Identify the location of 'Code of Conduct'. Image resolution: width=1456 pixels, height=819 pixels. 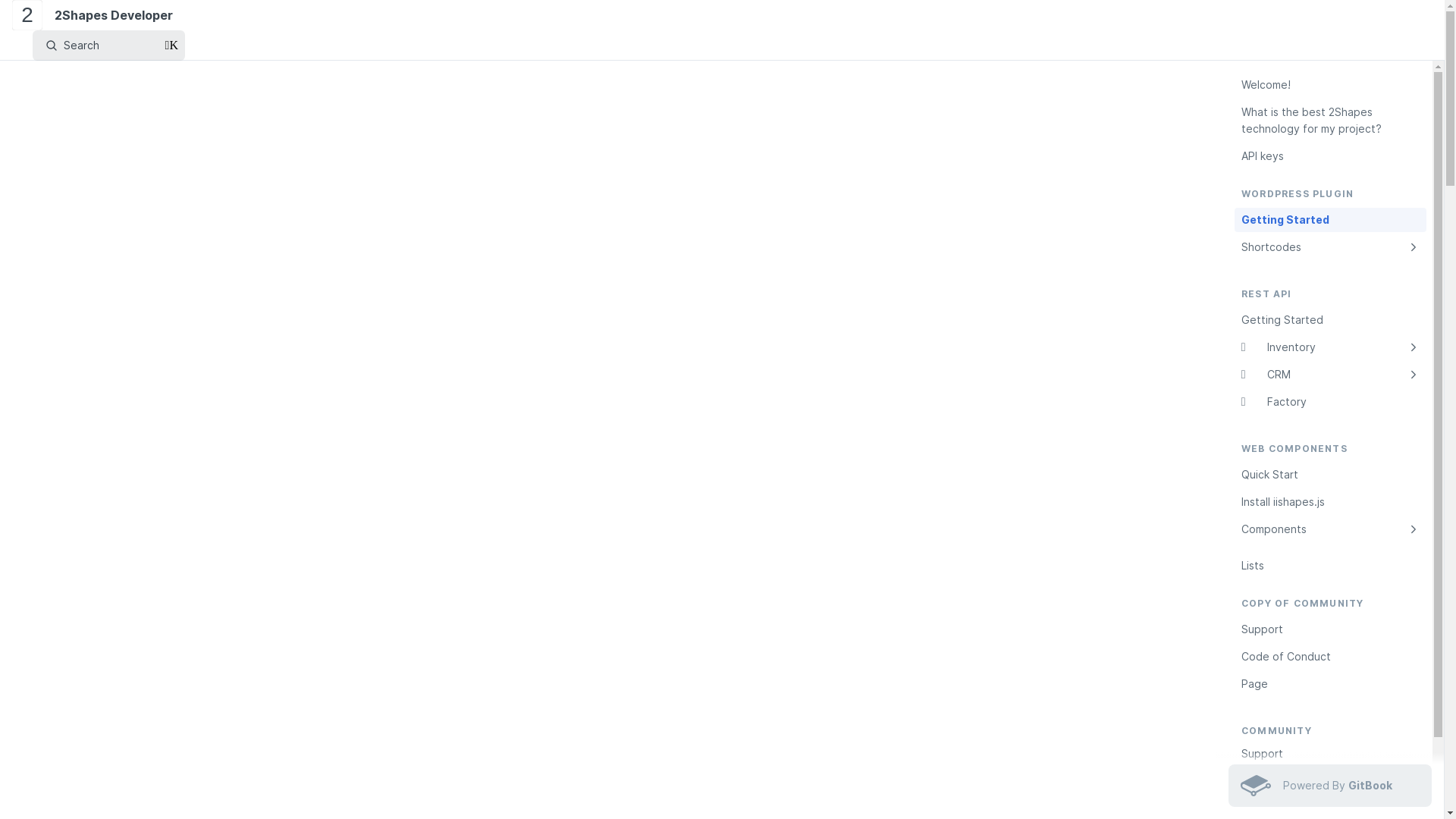
(1329, 656).